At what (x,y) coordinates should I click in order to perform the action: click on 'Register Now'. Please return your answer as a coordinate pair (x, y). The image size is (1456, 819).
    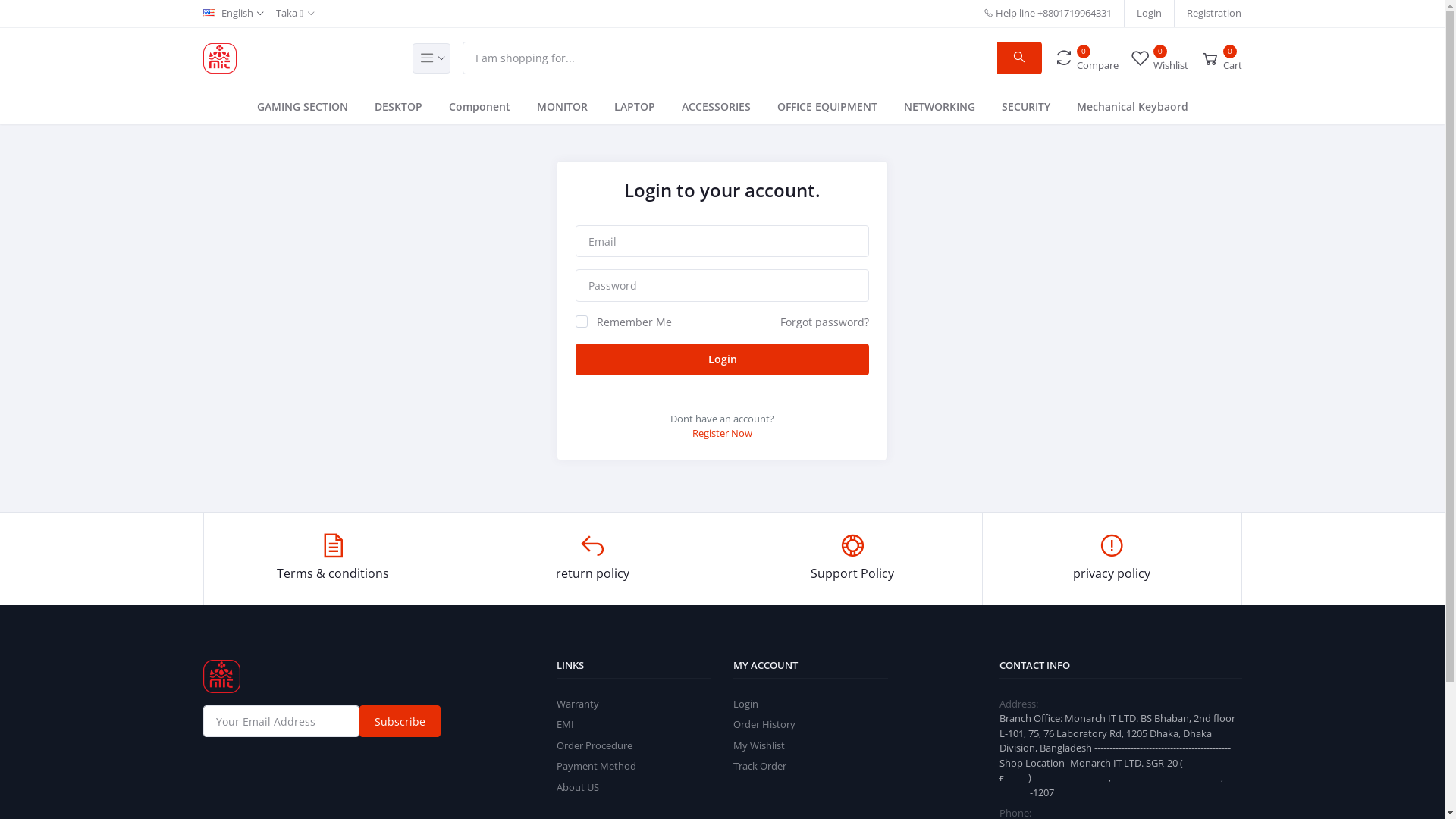
    Looking at the image, I should click on (721, 432).